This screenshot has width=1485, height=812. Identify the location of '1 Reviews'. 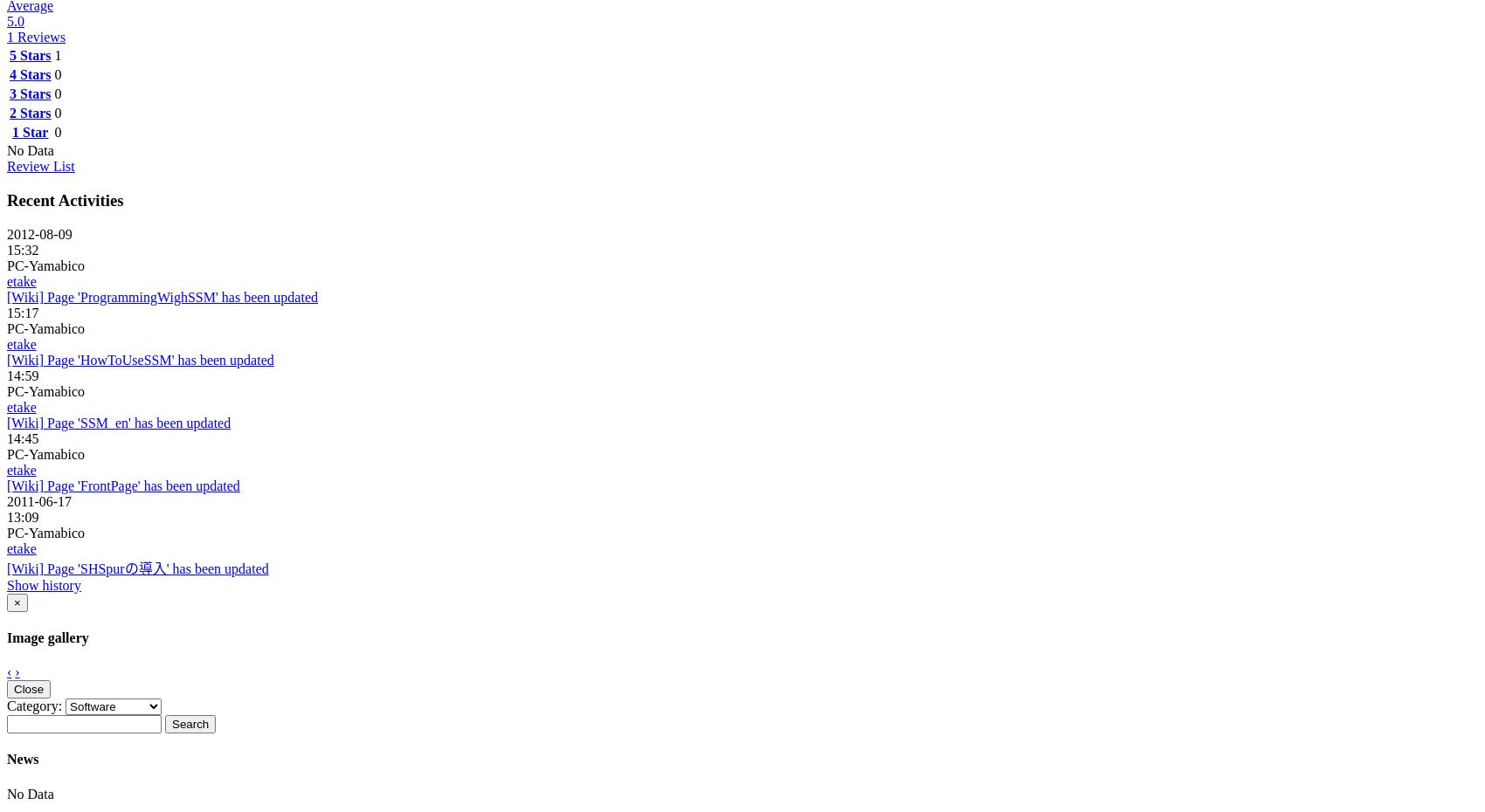
(36, 36).